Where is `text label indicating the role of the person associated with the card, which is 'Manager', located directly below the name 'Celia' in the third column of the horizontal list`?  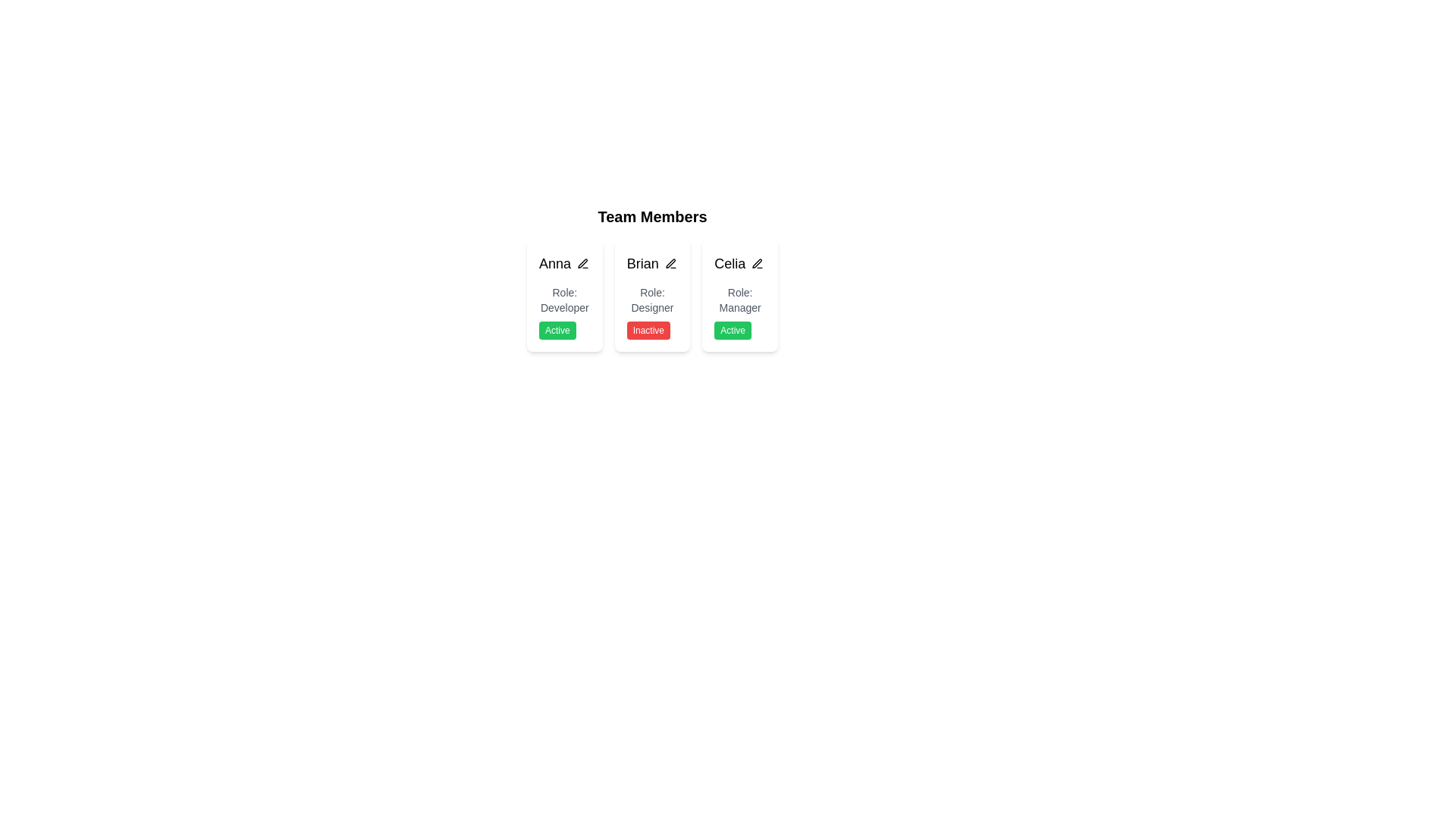 text label indicating the role of the person associated with the card, which is 'Manager', located directly below the name 'Celia' in the third column of the horizontal list is located at coordinates (740, 300).